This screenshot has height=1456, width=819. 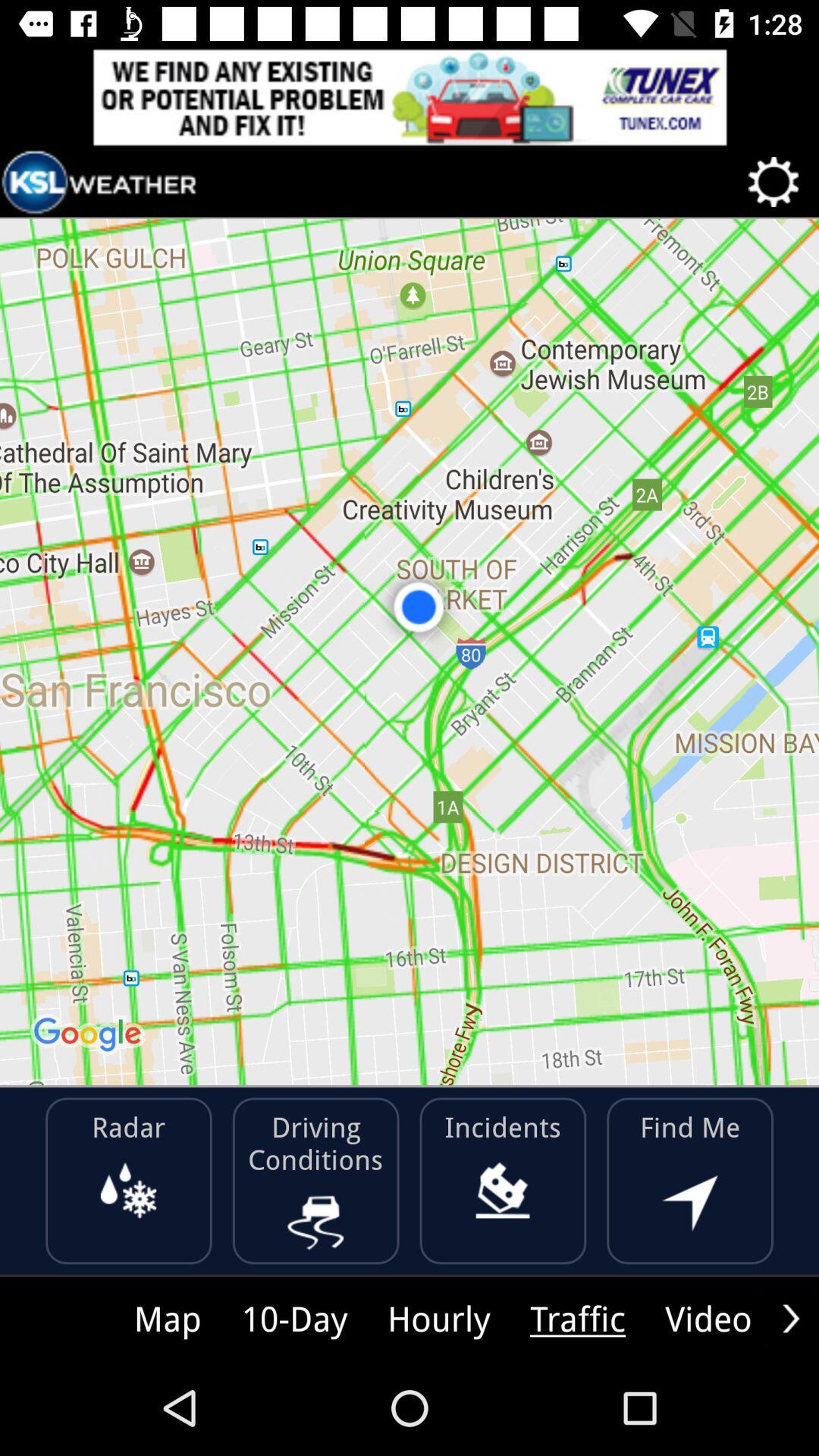 What do you see at coordinates (409, 96) in the screenshot?
I see `banner advertisement` at bounding box center [409, 96].